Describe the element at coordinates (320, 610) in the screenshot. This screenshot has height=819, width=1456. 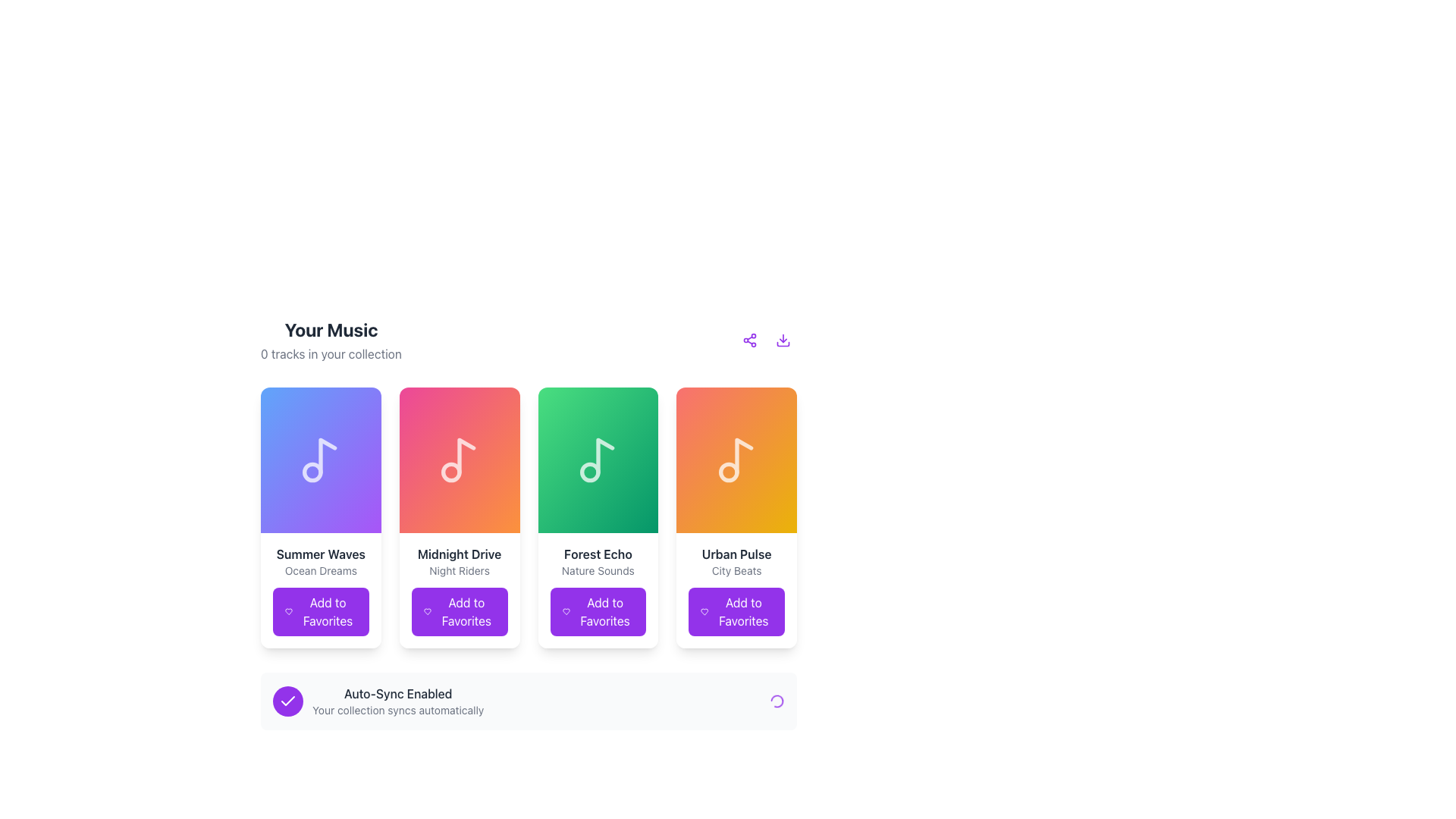
I see `the prominent button with a bold purple background and white text reading 'Add to Favorites'` at that location.